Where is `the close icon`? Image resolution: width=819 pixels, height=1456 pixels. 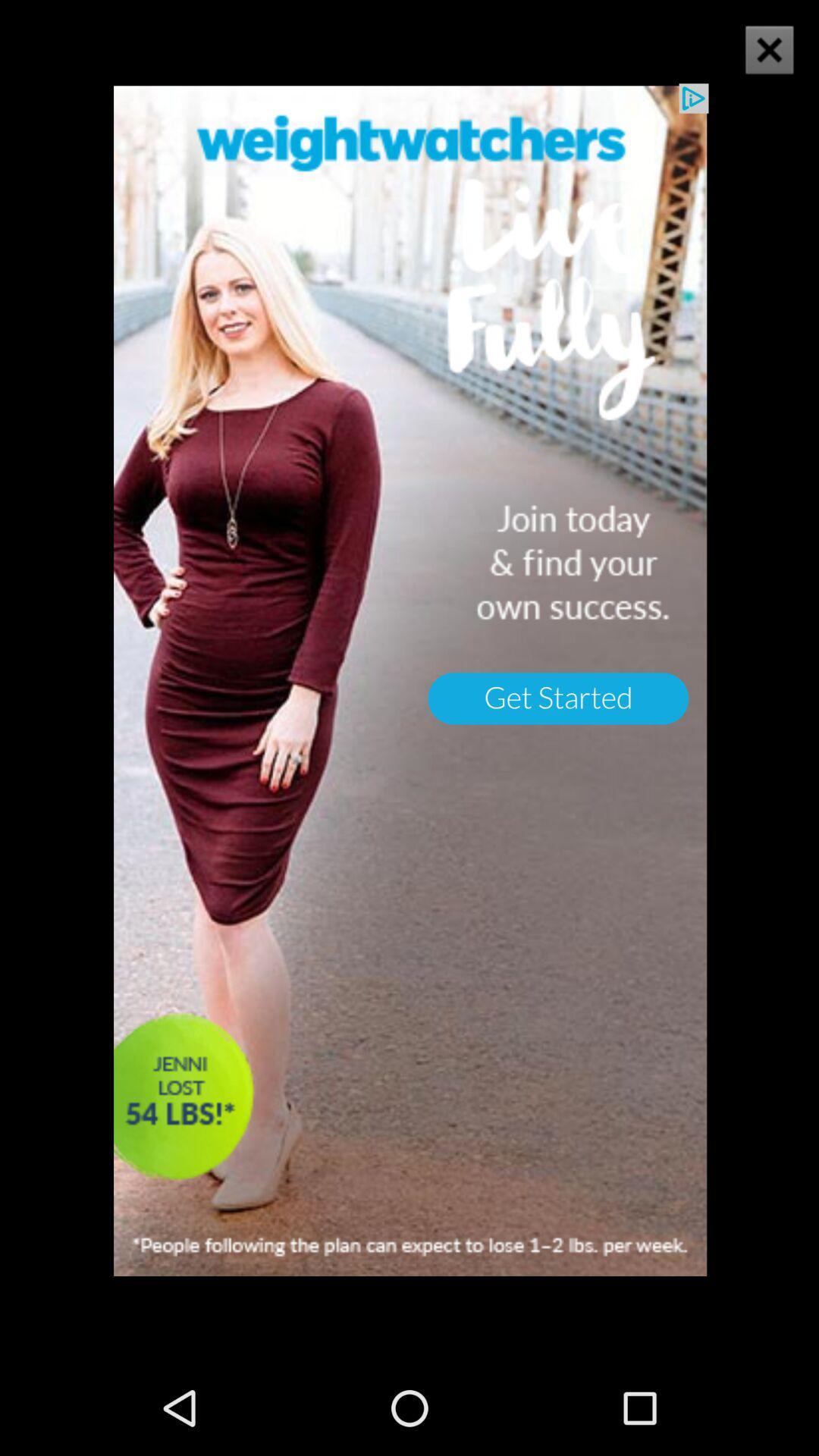 the close icon is located at coordinates (769, 53).